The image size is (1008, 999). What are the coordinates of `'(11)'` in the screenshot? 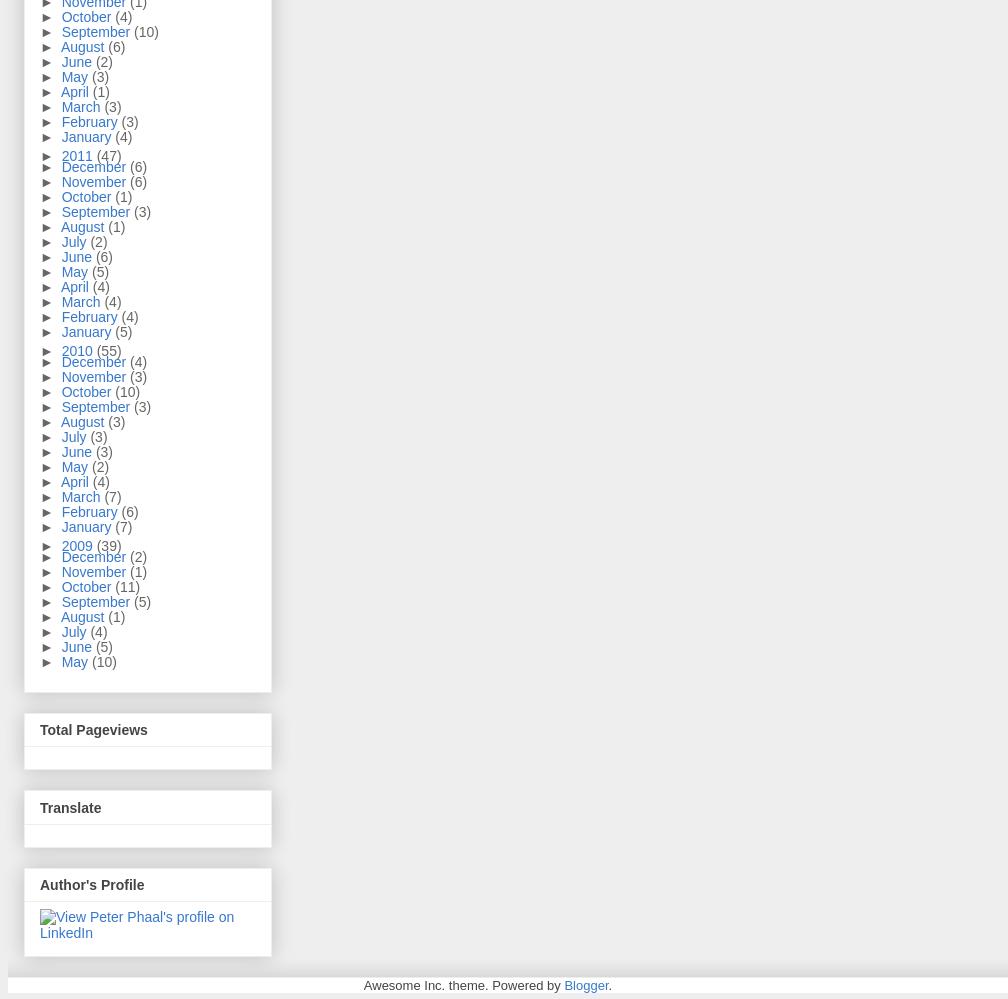 It's located at (127, 587).